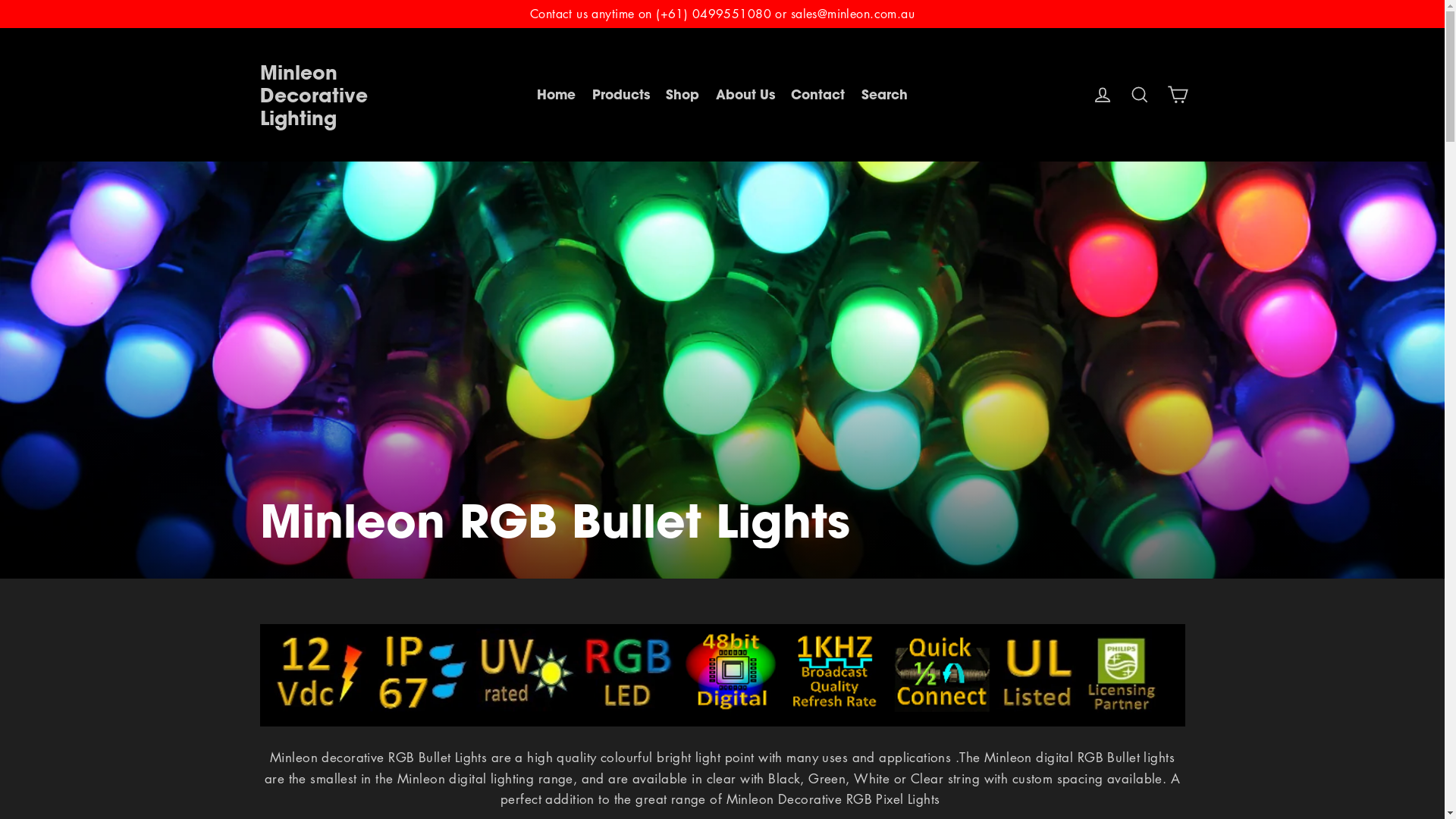  Describe the element at coordinates (682, 94) in the screenshot. I see `'Shop'` at that location.